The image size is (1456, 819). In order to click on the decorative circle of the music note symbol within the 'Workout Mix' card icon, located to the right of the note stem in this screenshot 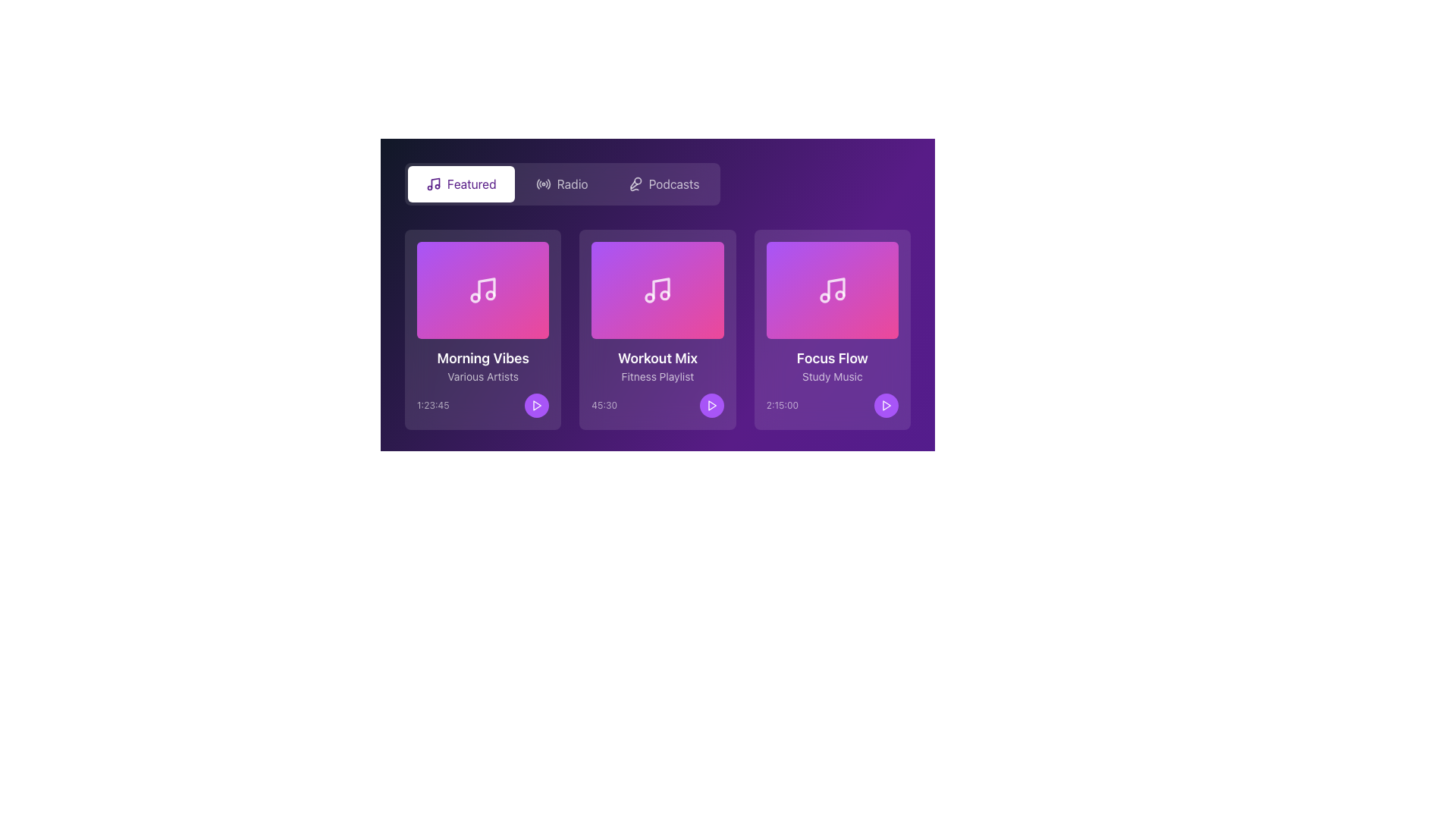, I will do `click(665, 295)`.